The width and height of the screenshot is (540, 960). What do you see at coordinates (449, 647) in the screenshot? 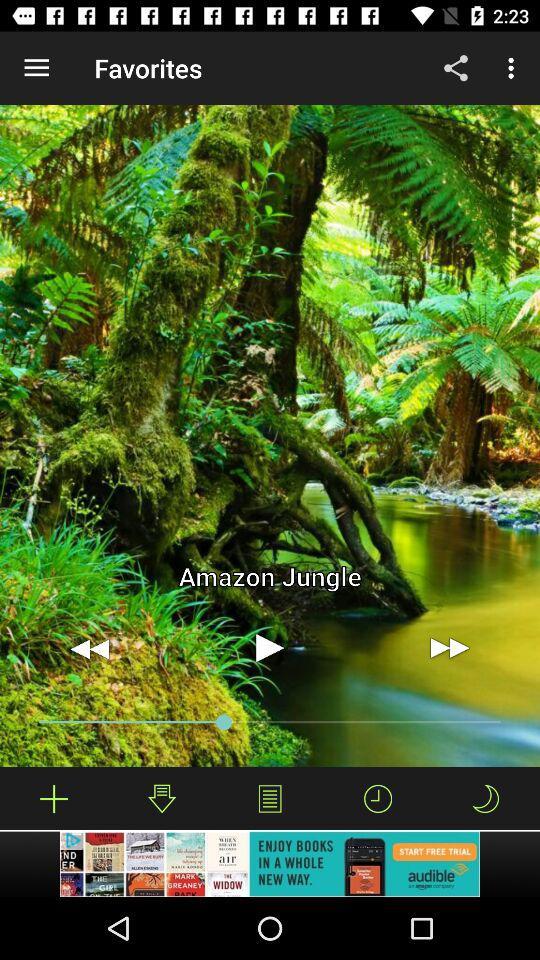
I see `the av_forward icon` at bounding box center [449, 647].